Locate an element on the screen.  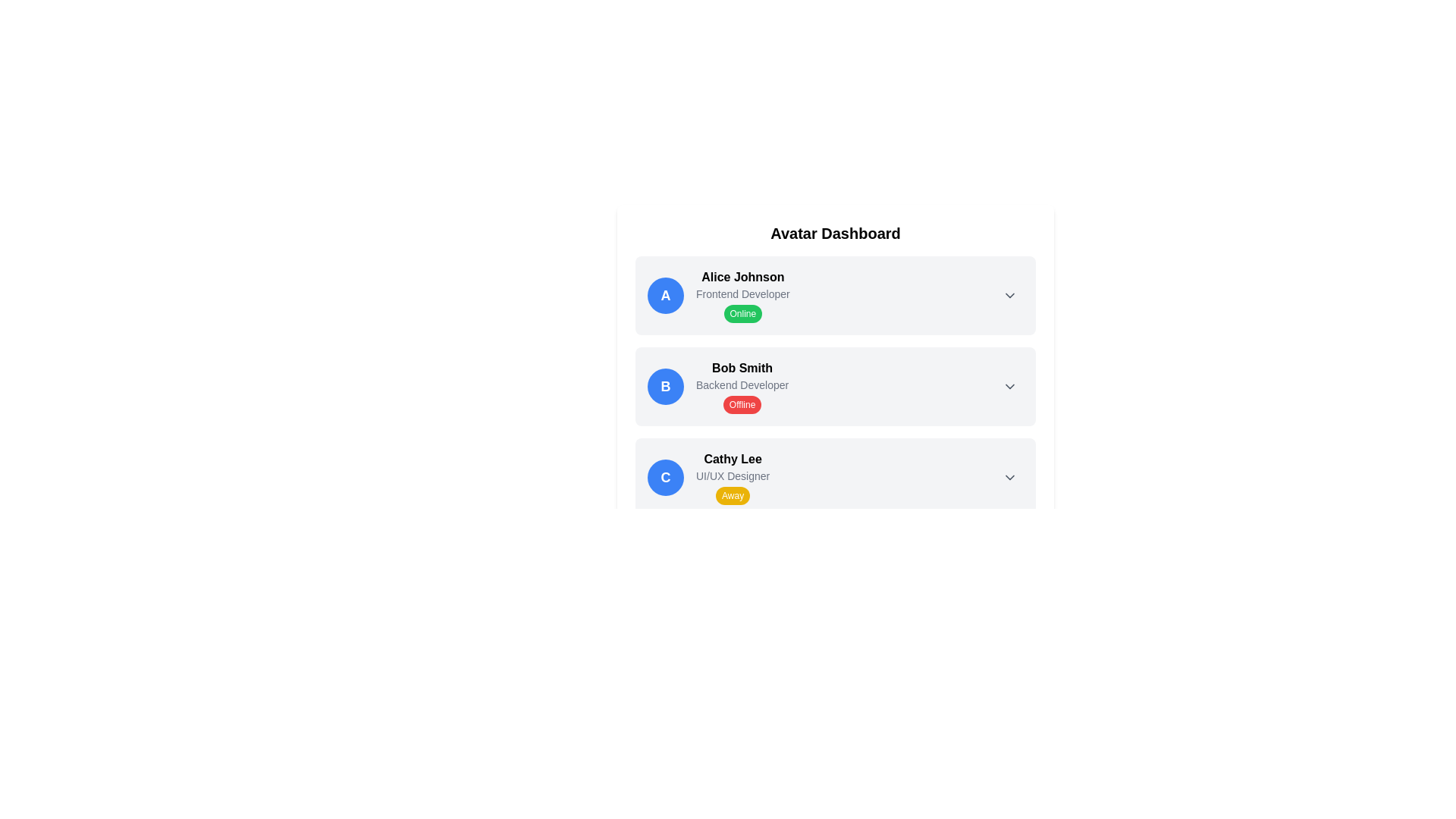
content displayed in the Information Display Group for 'Bob Smith', which includes his name, role, and availability status is located at coordinates (742, 385).